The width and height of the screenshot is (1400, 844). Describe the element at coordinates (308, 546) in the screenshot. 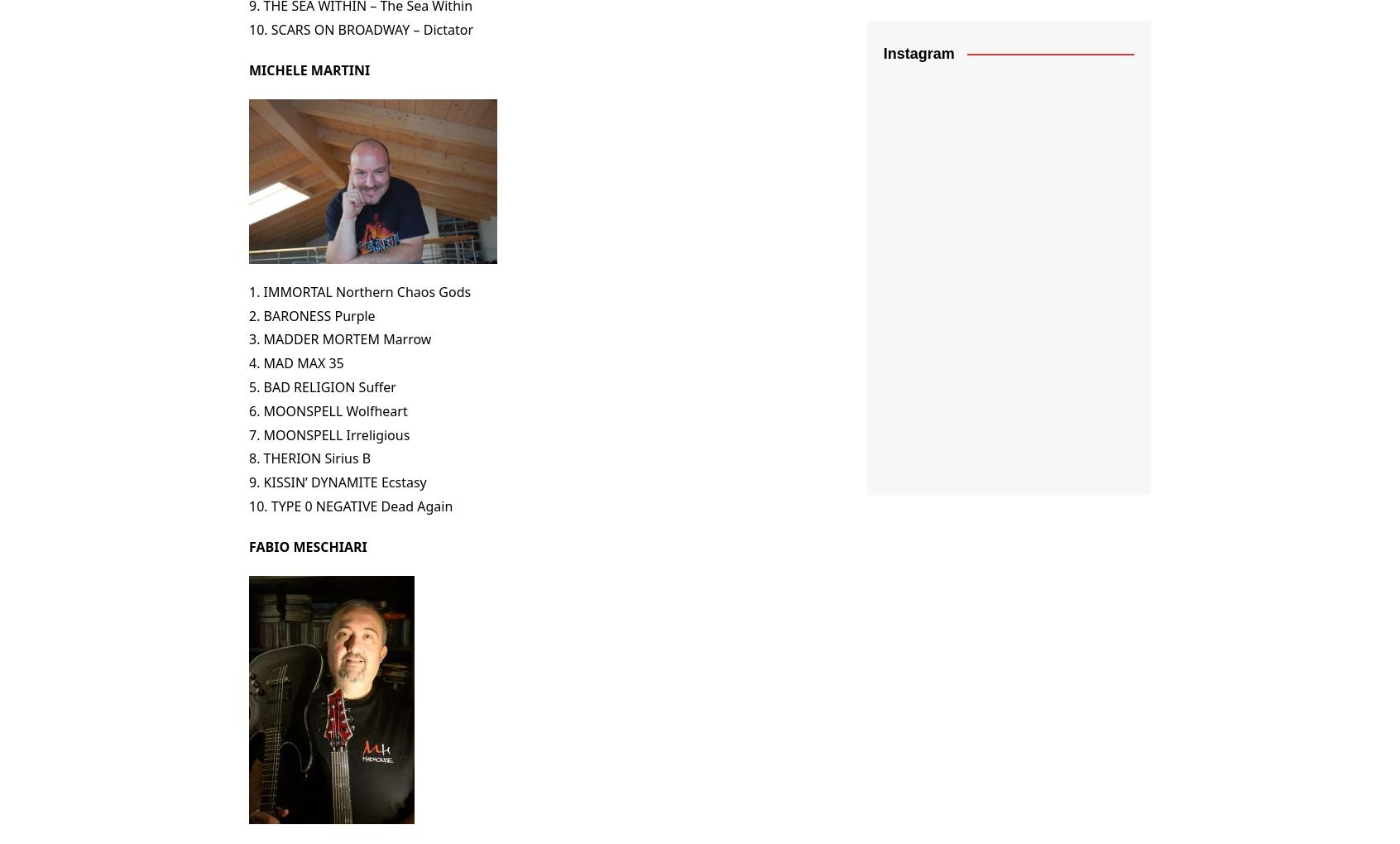

I see `'FABIO MESCHIARI'` at that location.